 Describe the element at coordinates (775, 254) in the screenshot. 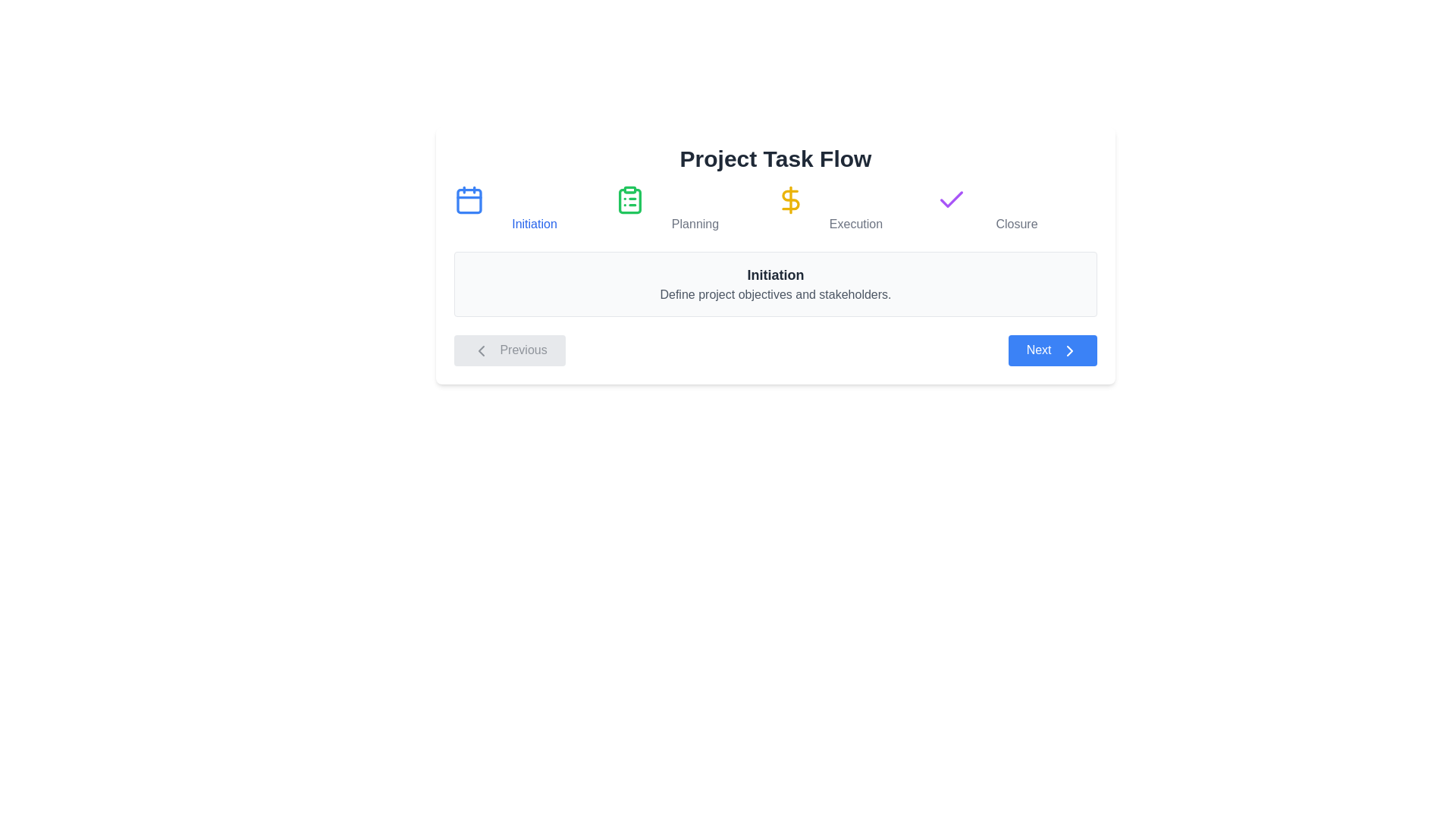

I see `the navigation buttons of the 'Project Task Flow' interactive card, which features a white background, shadowed border, and rounded corners, with a title at the top and four steps below` at that location.